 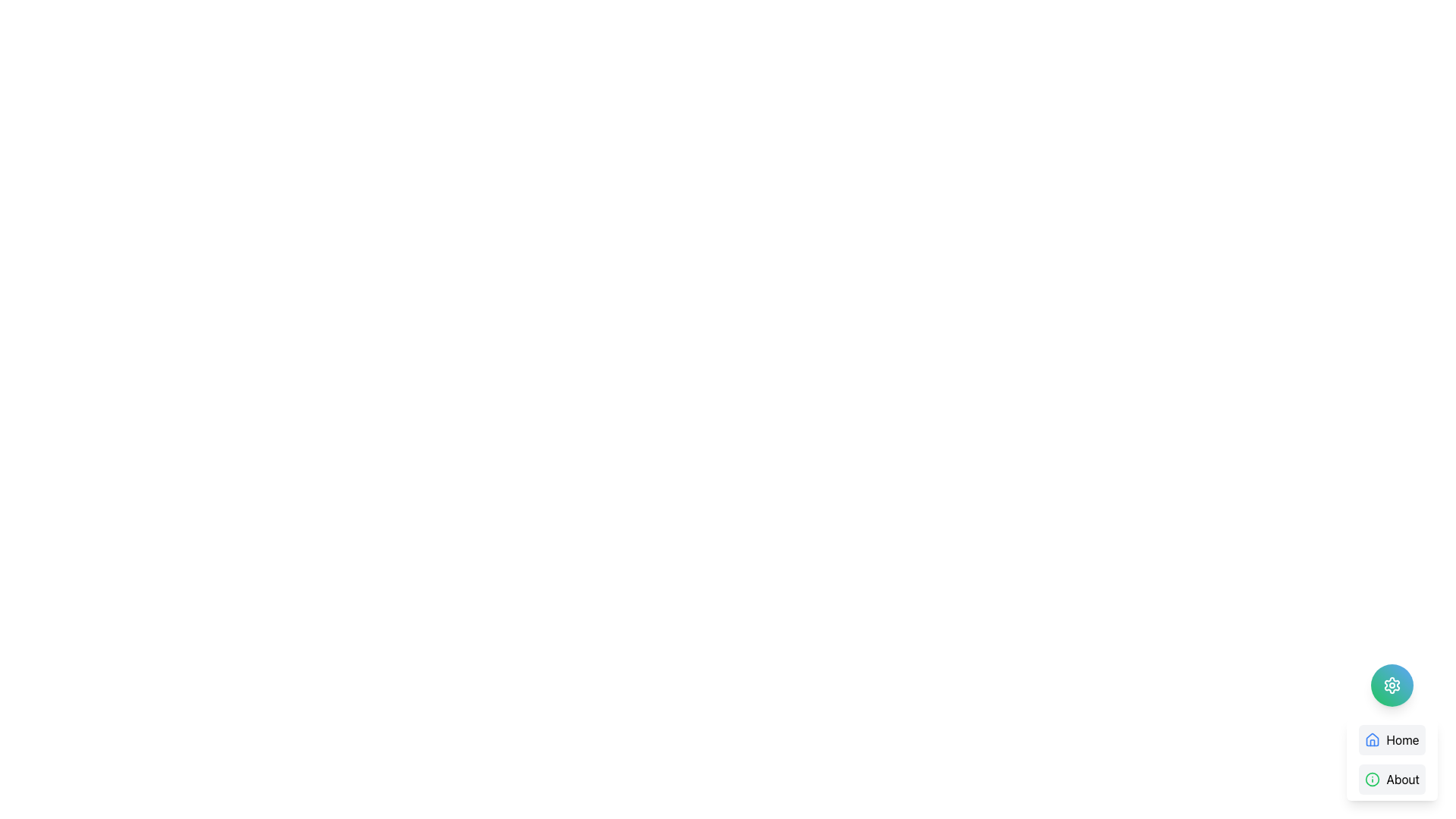 I want to click on the house icon located at the bottom-right corner of the interface to interact with it, so click(x=1372, y=739).